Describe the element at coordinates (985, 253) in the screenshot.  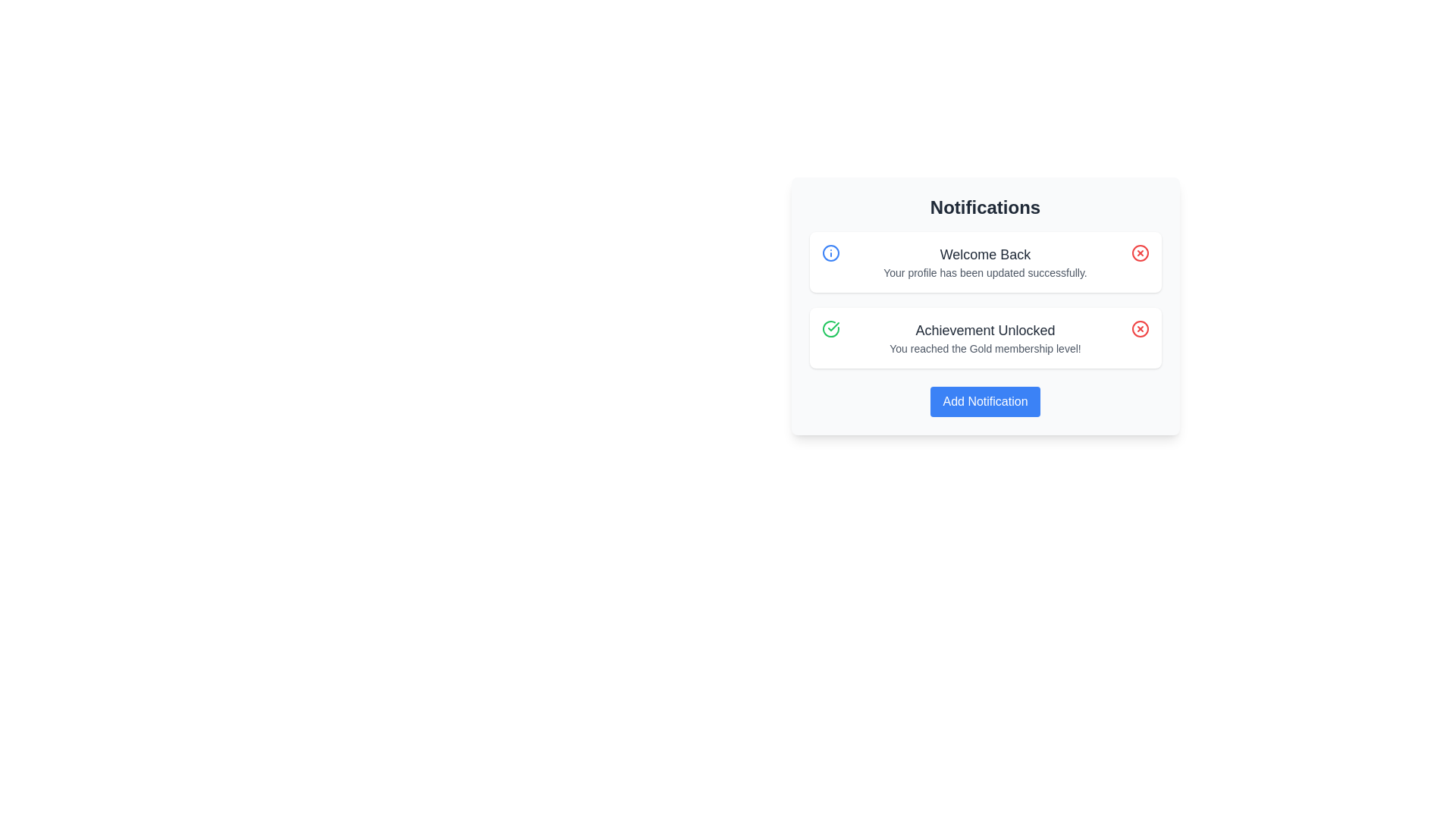
I see `the greeting header text label indicating successful interaction within the first notification card, positioned above the message 'Your profile has been updated successfully'` at that location.